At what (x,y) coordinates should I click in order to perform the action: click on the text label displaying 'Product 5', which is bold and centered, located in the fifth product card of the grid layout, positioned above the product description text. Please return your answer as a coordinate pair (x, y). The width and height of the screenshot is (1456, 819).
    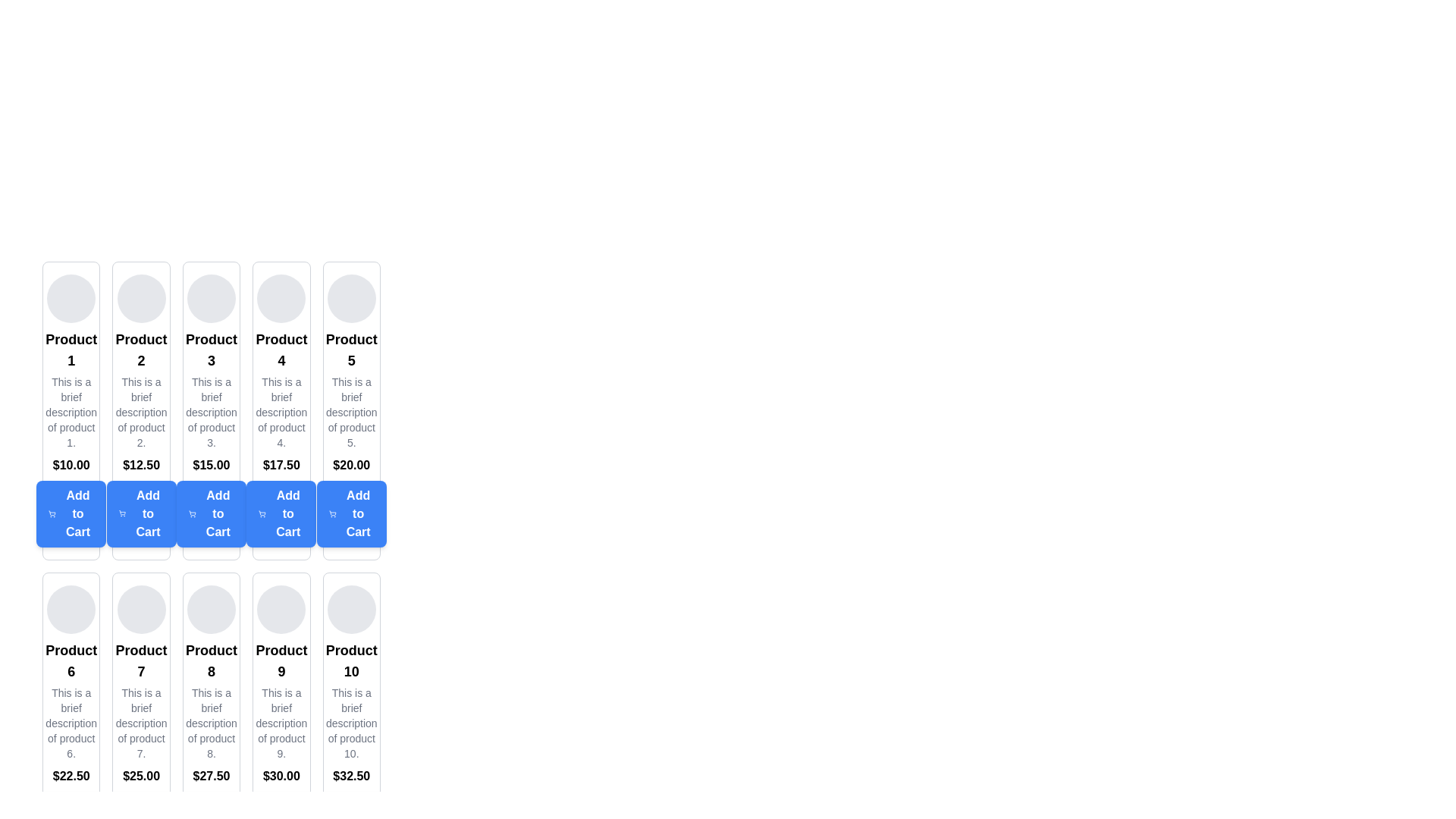
    Looking at the image, I should click on (350, 350).